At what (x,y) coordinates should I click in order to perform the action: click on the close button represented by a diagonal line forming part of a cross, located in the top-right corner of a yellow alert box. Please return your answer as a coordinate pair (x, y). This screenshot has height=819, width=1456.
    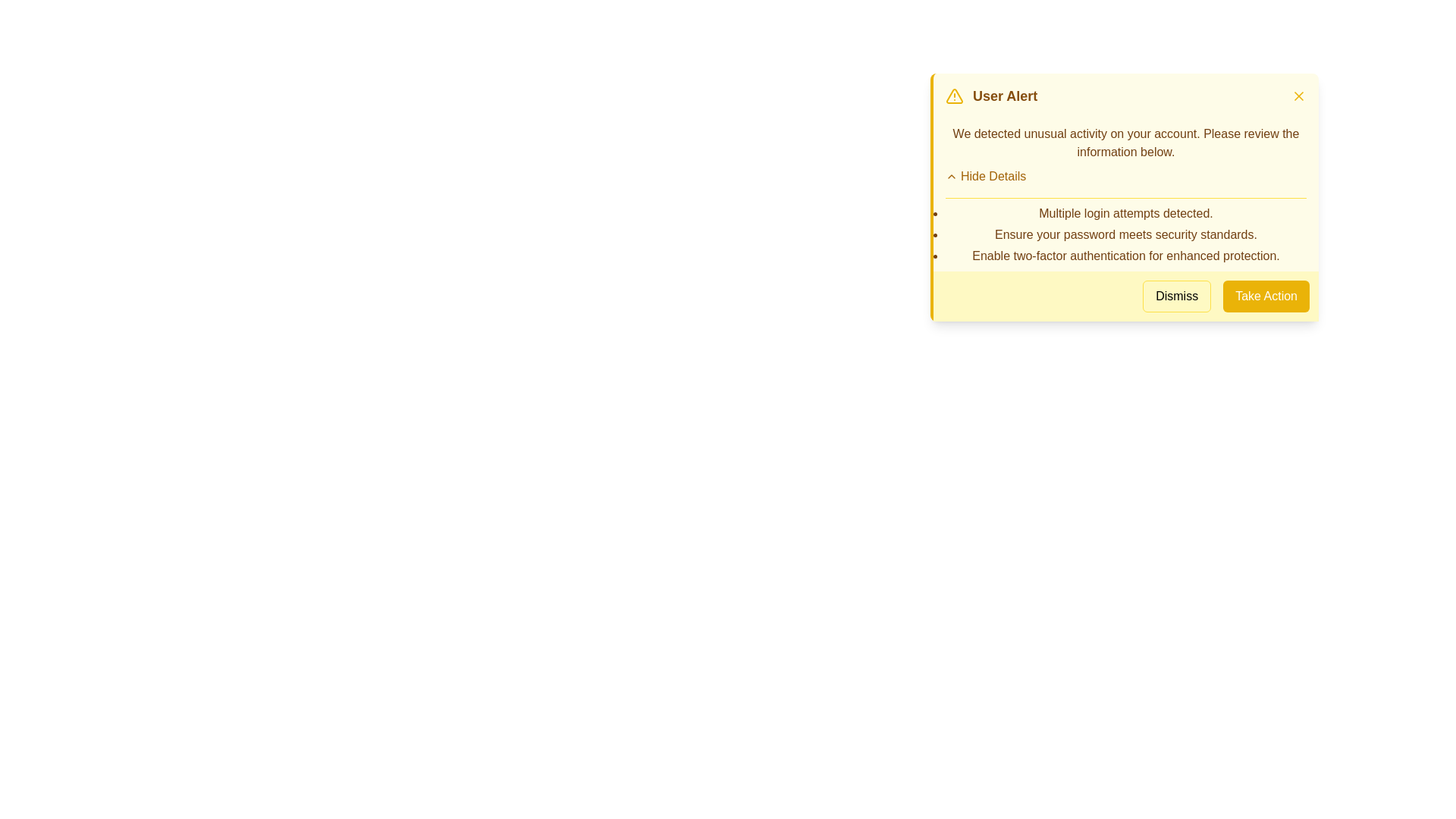
    Looking at the image, I should click on (1298, 96).